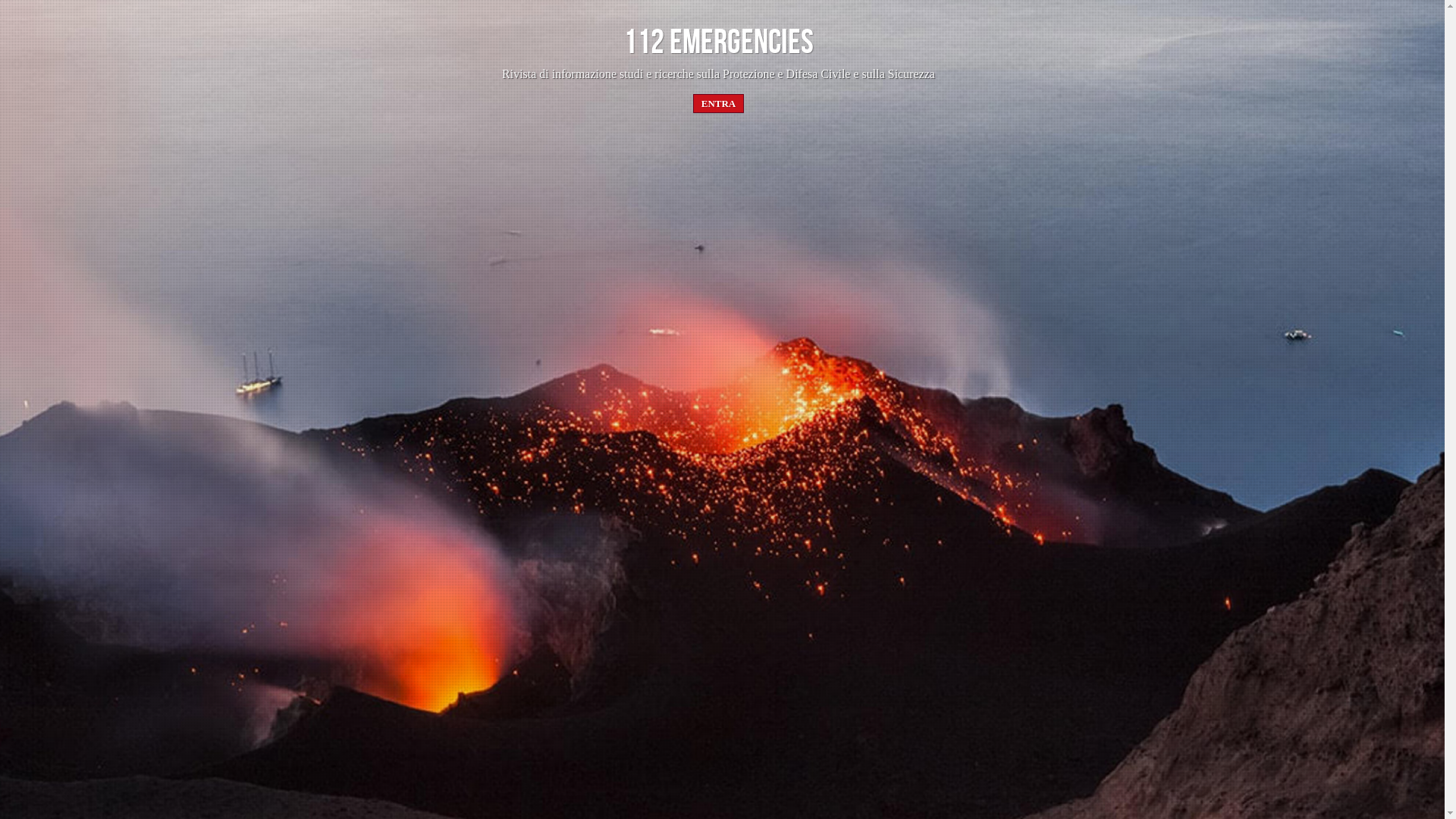 This screenshot has width=1456, height=819. What do you see at coordinates (718, 102) in the screenshot?
I see `'ENTRA'` at bounding box center [718, 102].